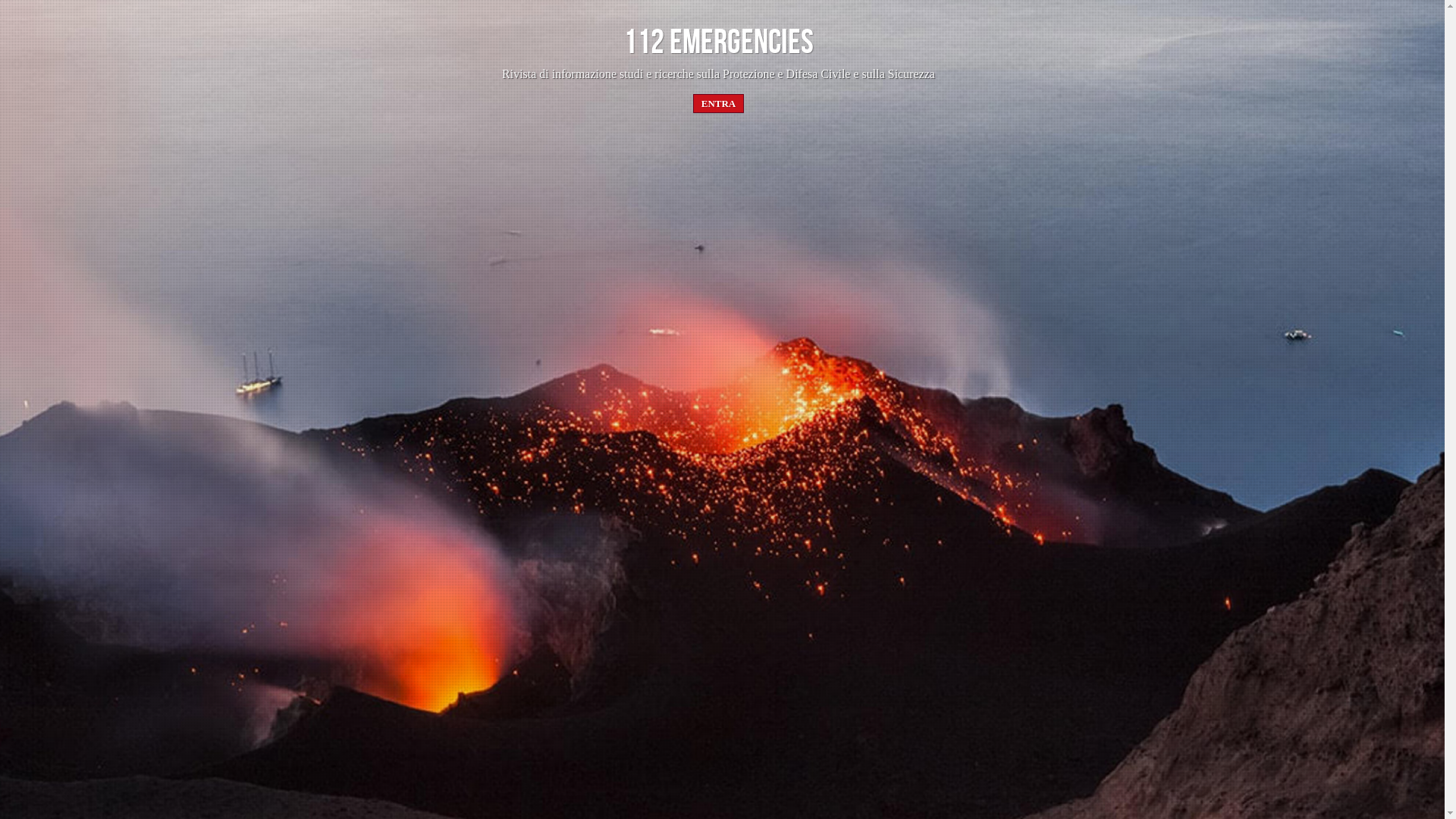 This screenshot has width=1456, height=819. What do you see at coordinates (718, 102) in the screenshot?
I see `'ENTRA'` at bounding box center [718, 102].